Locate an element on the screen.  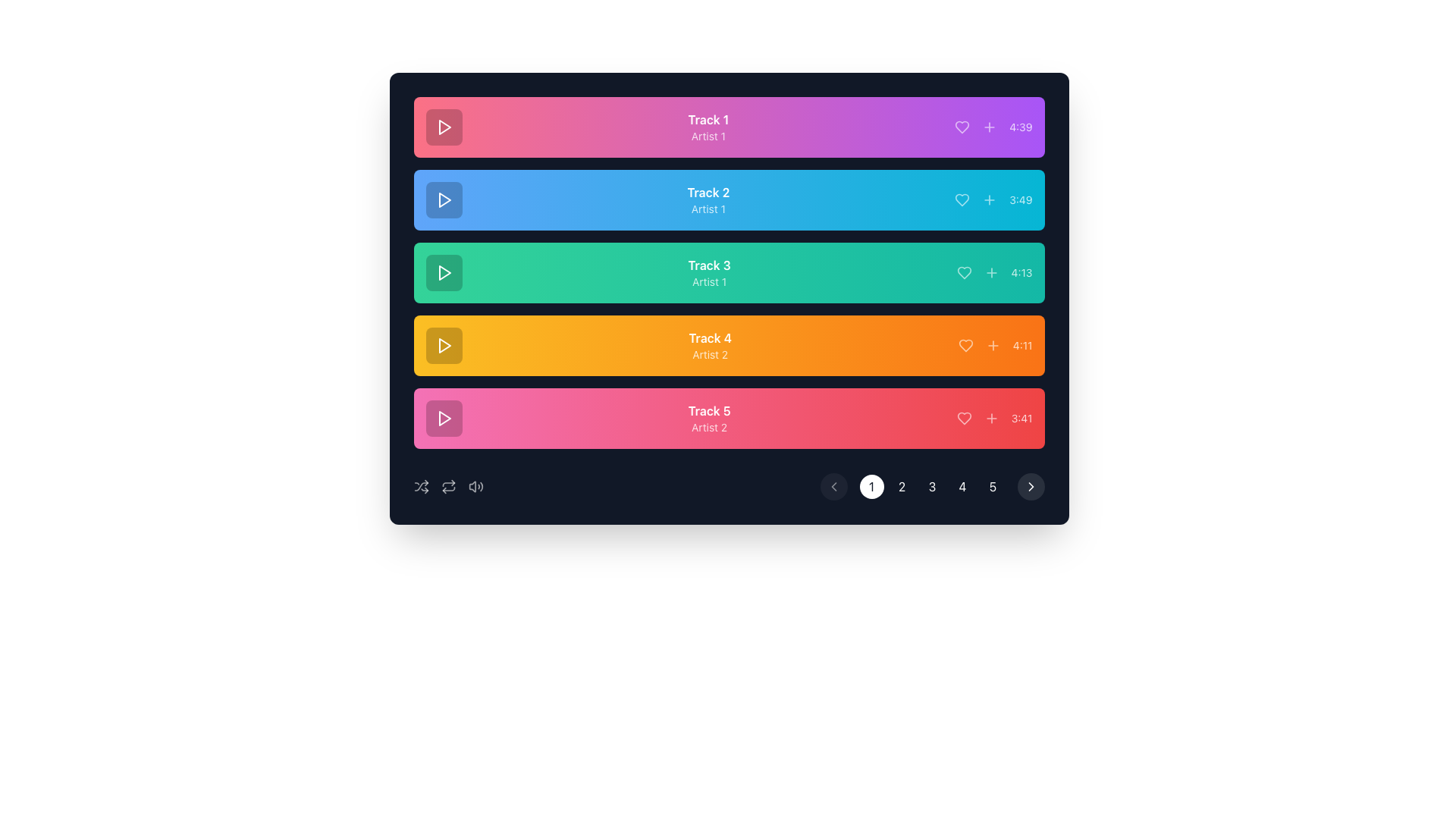
the heart icon button styled with a white outline, located to the left of the '+' symbol and the time label '4:39', associated with 'Track 1' in a purple background section is located at coordinates (962, 127).